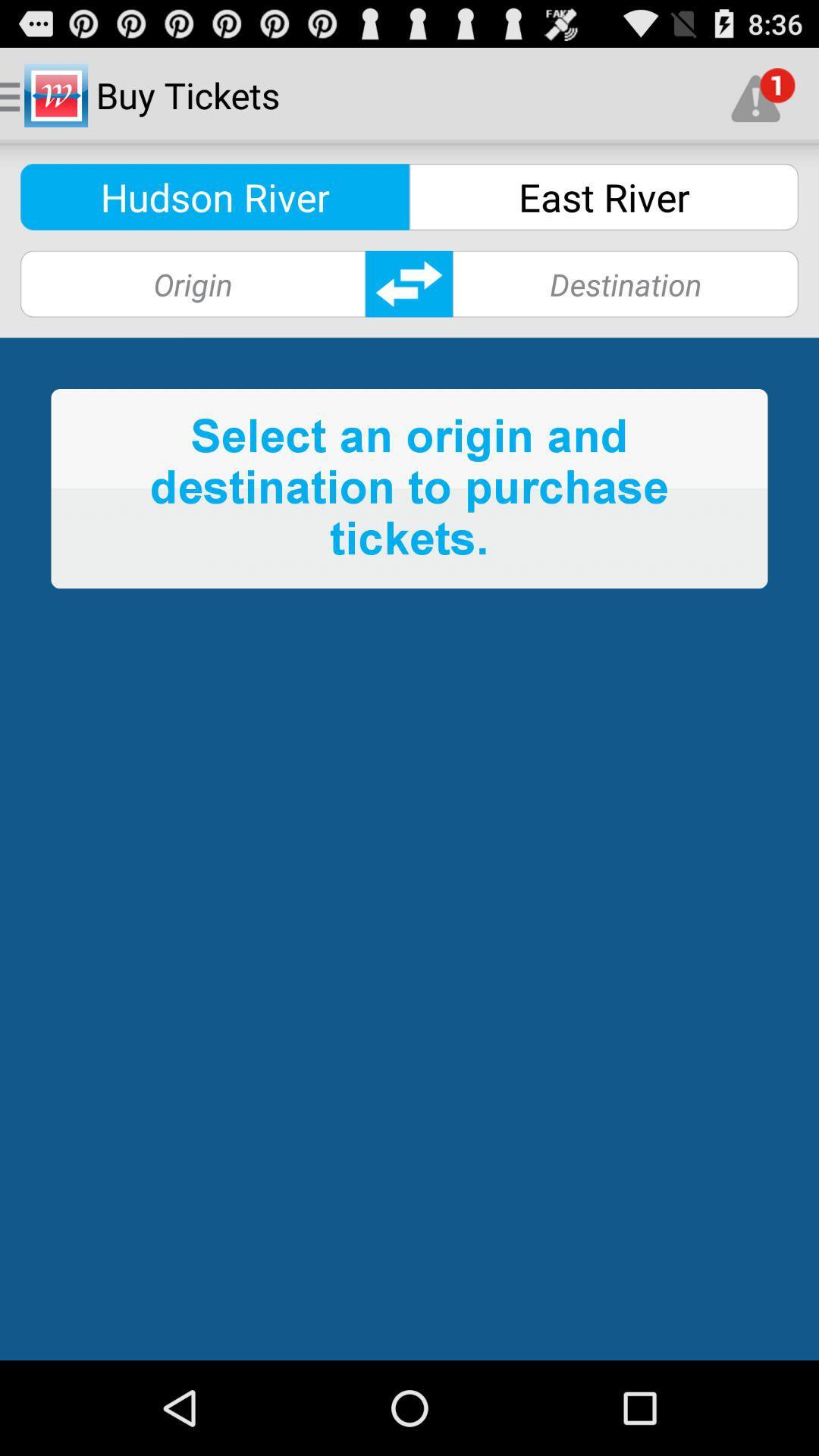 The image size is (819, 1456). I want to click on switch origin and destination labels, so click(408, 284).